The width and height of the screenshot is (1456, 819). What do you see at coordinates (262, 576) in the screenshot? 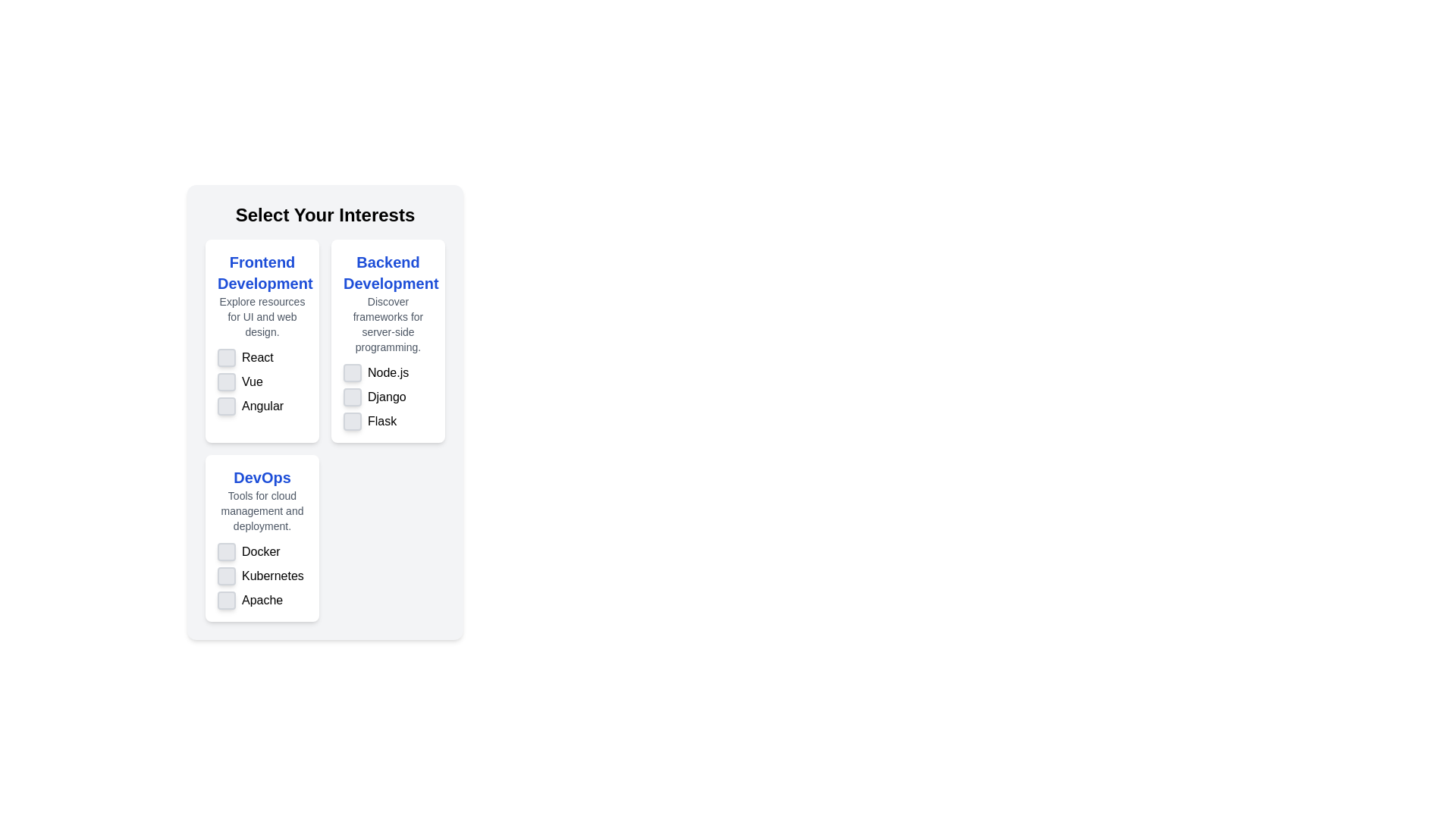
I see `the Multi-choice list with checkboxes in the 'DevOps' section` at bounding box center [262, 576].